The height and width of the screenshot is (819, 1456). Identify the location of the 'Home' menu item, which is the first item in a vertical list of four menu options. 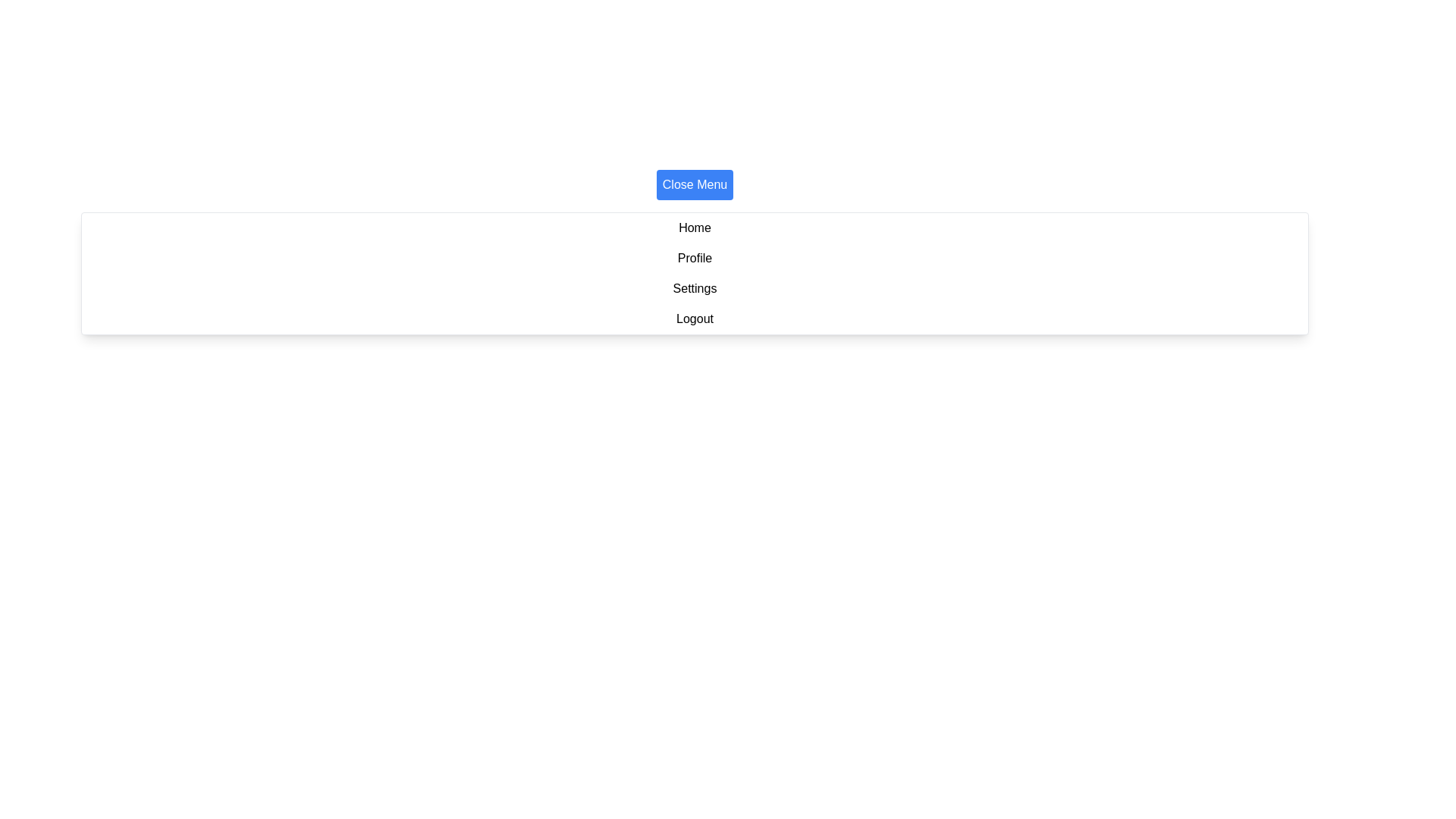
(694, 227).